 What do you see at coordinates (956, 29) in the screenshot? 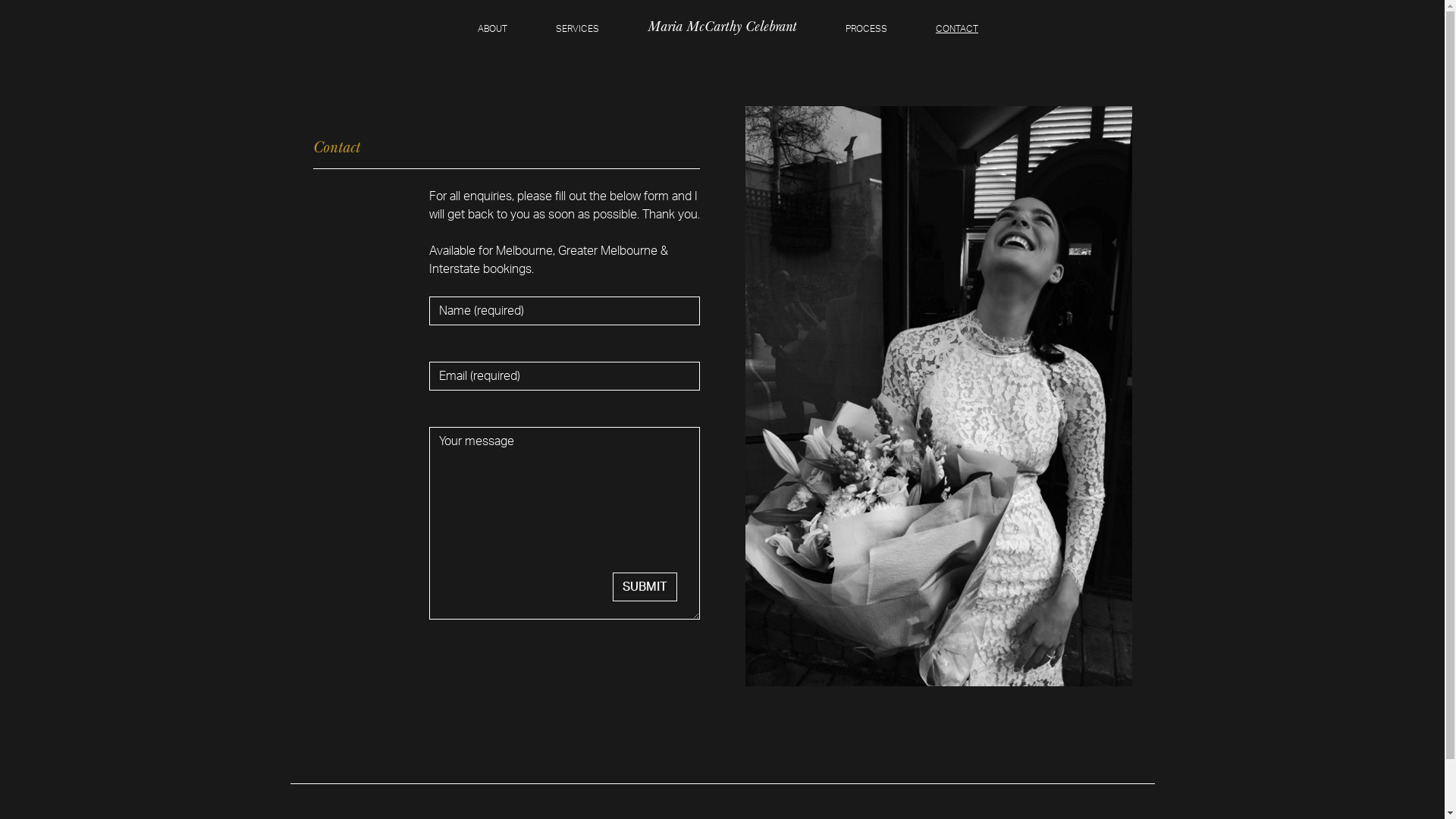
I see `'CONTACT` at bounding box center [956, 29].